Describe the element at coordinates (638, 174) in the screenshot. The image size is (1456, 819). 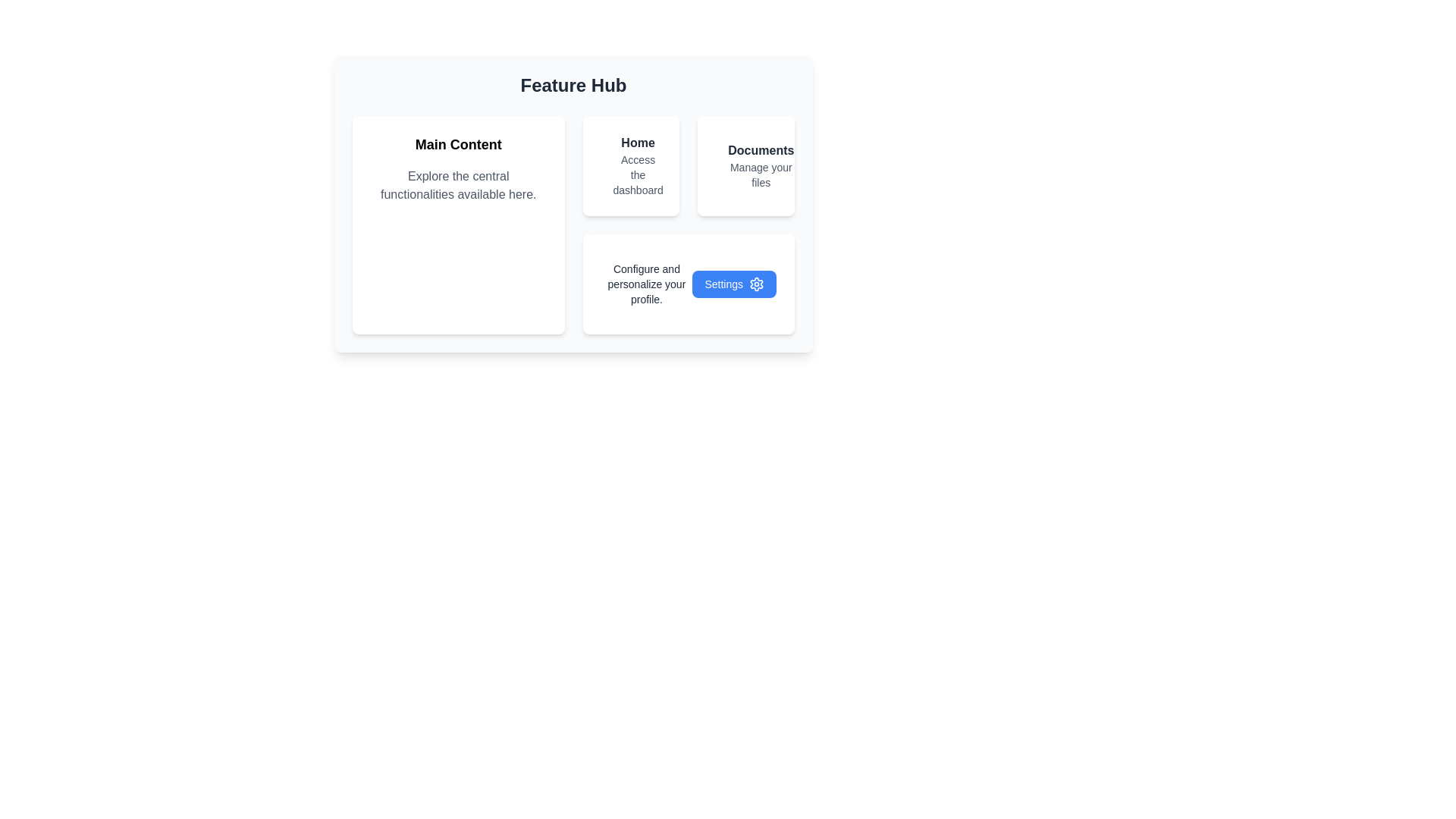
I see `the descriptive text label that provides additional context for the 'Home' module, positioned under the title text 'Home' within the rectangular card interface` at that location.